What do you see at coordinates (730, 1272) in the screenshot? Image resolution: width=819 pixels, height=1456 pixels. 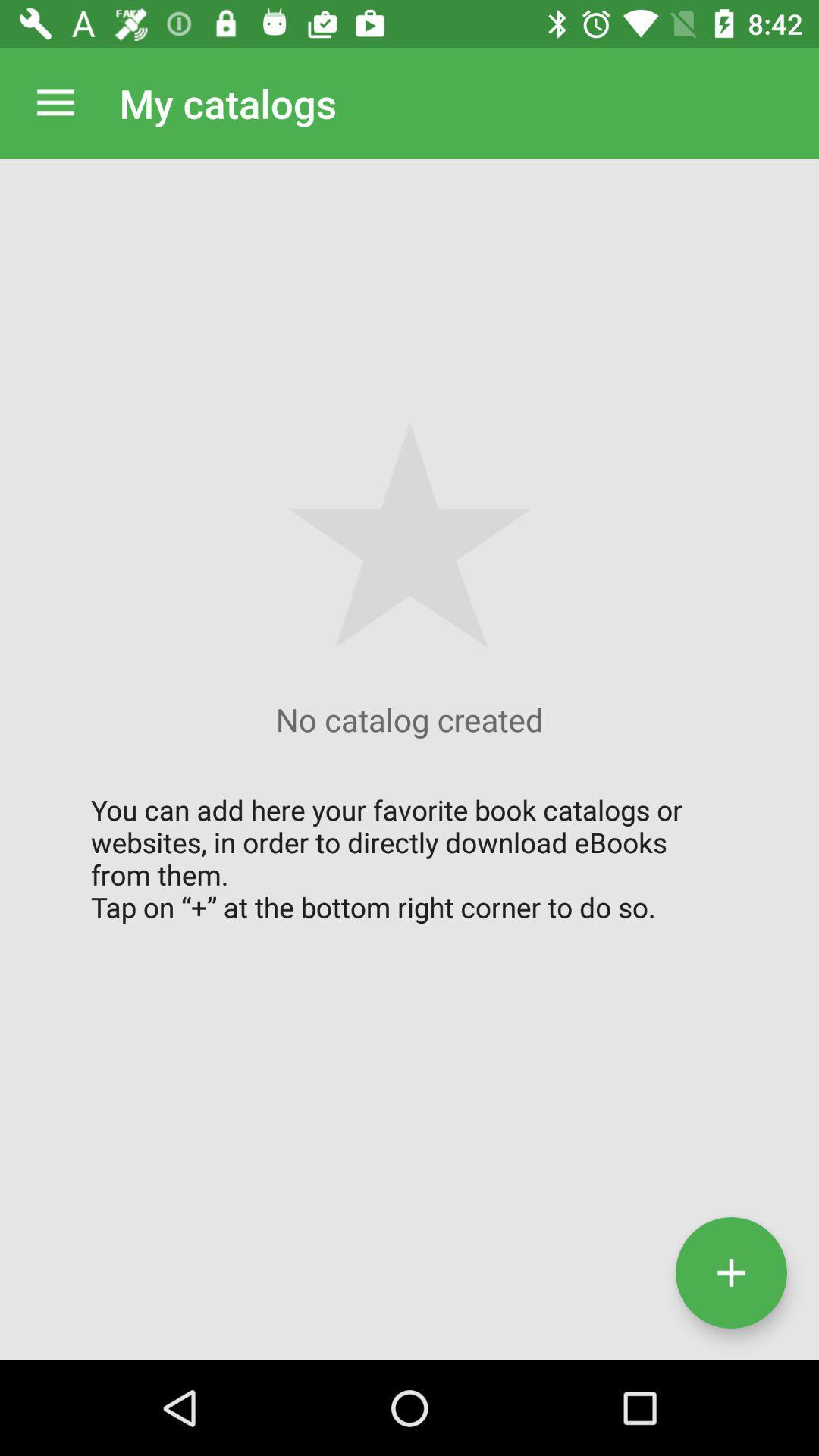 I see `the icon at the bottom right corner` at bounding box center [730, 1272].